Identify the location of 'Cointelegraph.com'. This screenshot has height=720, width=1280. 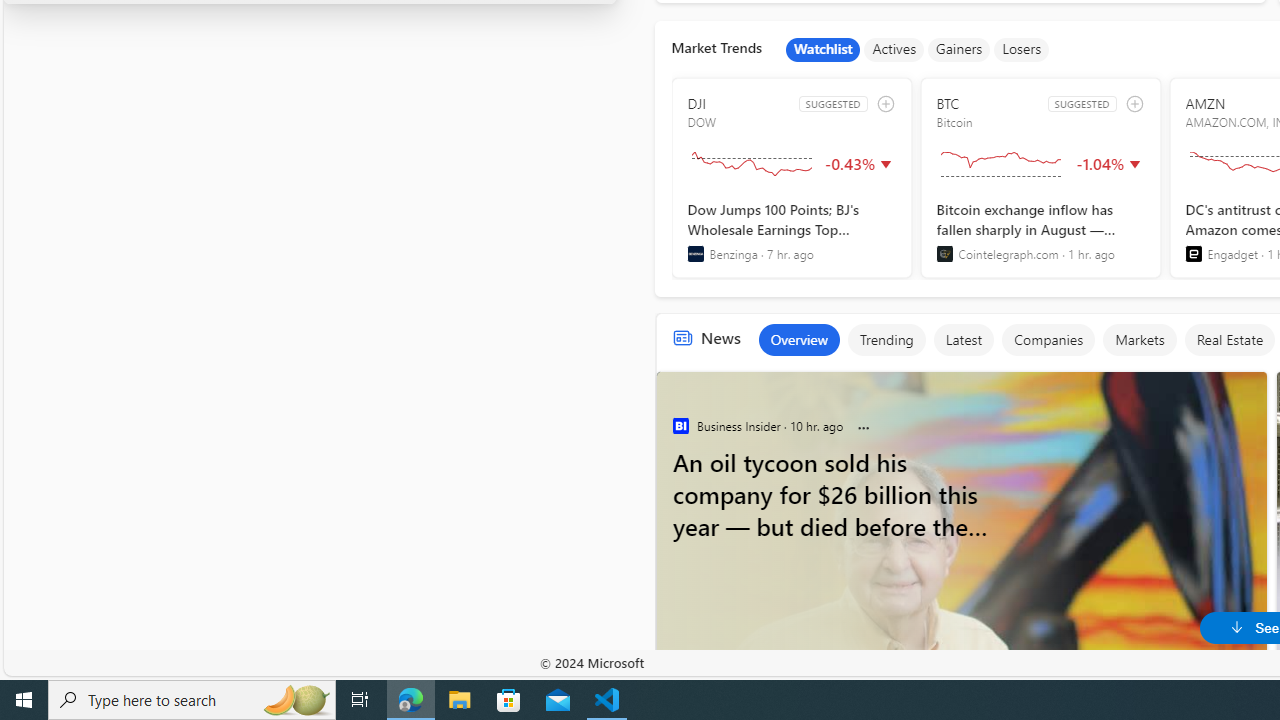
(943, 253).